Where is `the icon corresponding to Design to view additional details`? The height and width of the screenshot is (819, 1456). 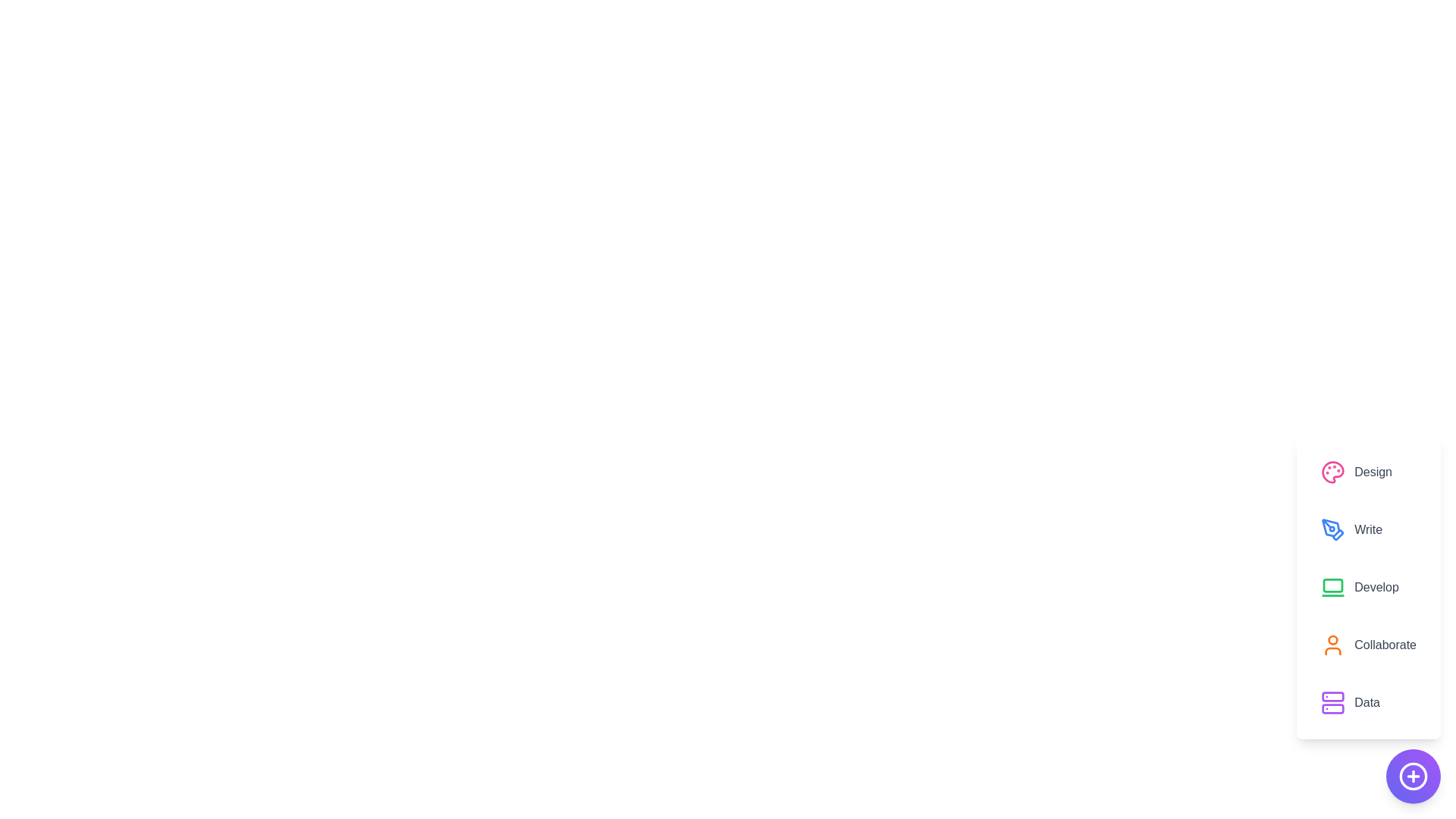
the icon corresponding to Design to view additional details is located at coordinates (1332, 472).